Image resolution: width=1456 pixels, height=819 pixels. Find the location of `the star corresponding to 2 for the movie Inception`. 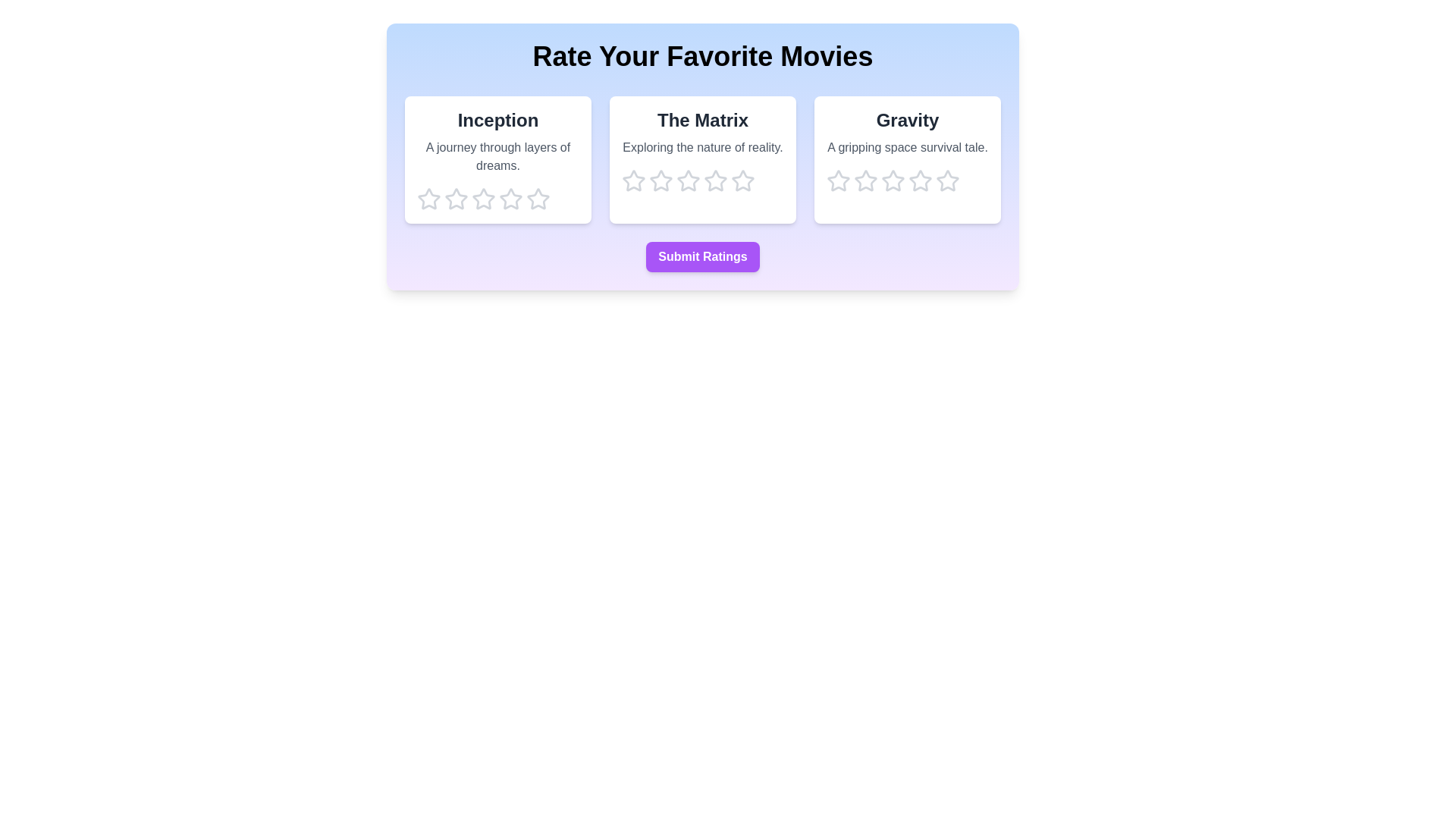

the star corresponding to 2 for the movie Inception is located at coordinates (455, 198).